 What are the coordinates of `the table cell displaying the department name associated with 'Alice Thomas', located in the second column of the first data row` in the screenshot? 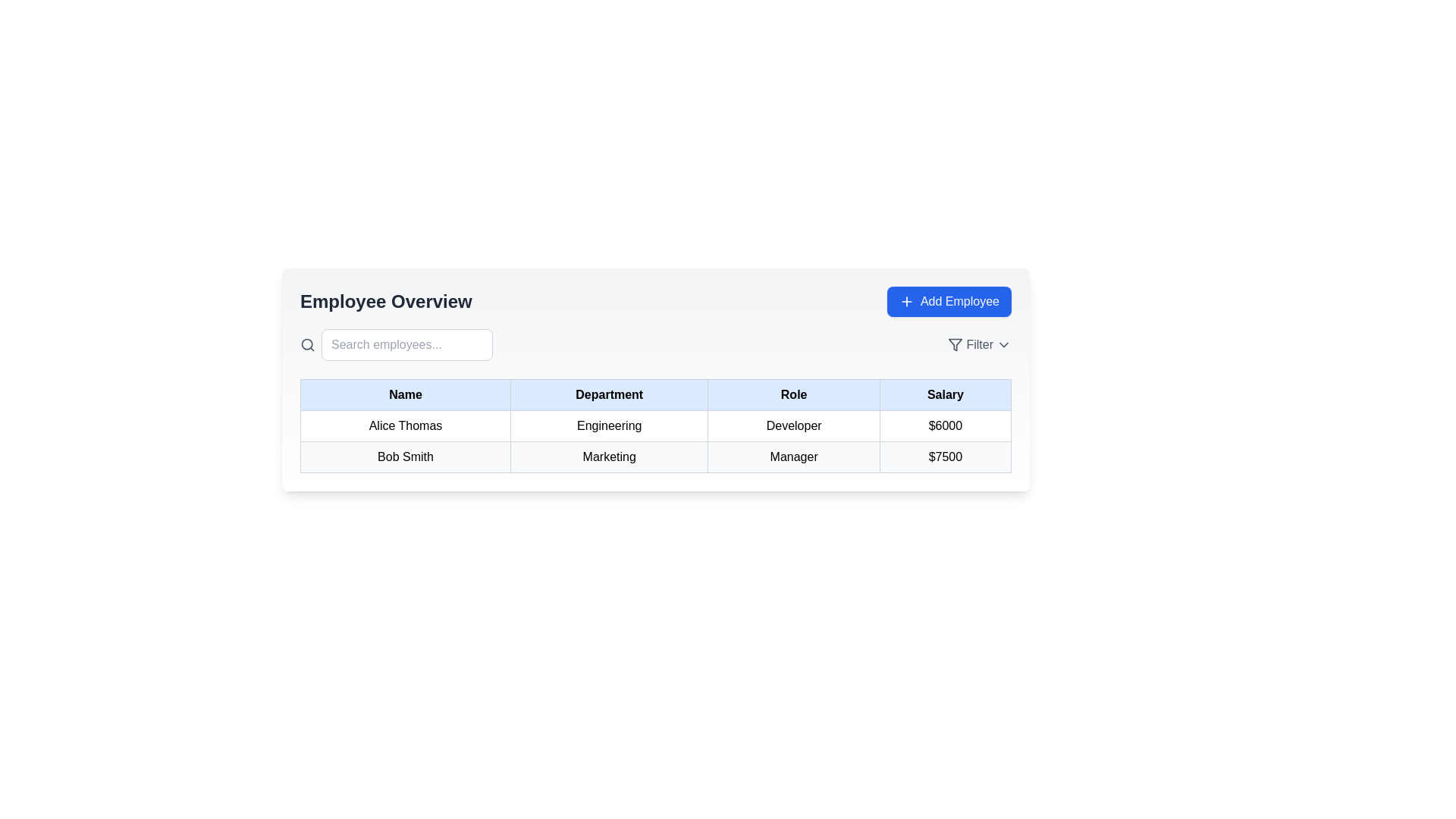 It's located at (609, 426).